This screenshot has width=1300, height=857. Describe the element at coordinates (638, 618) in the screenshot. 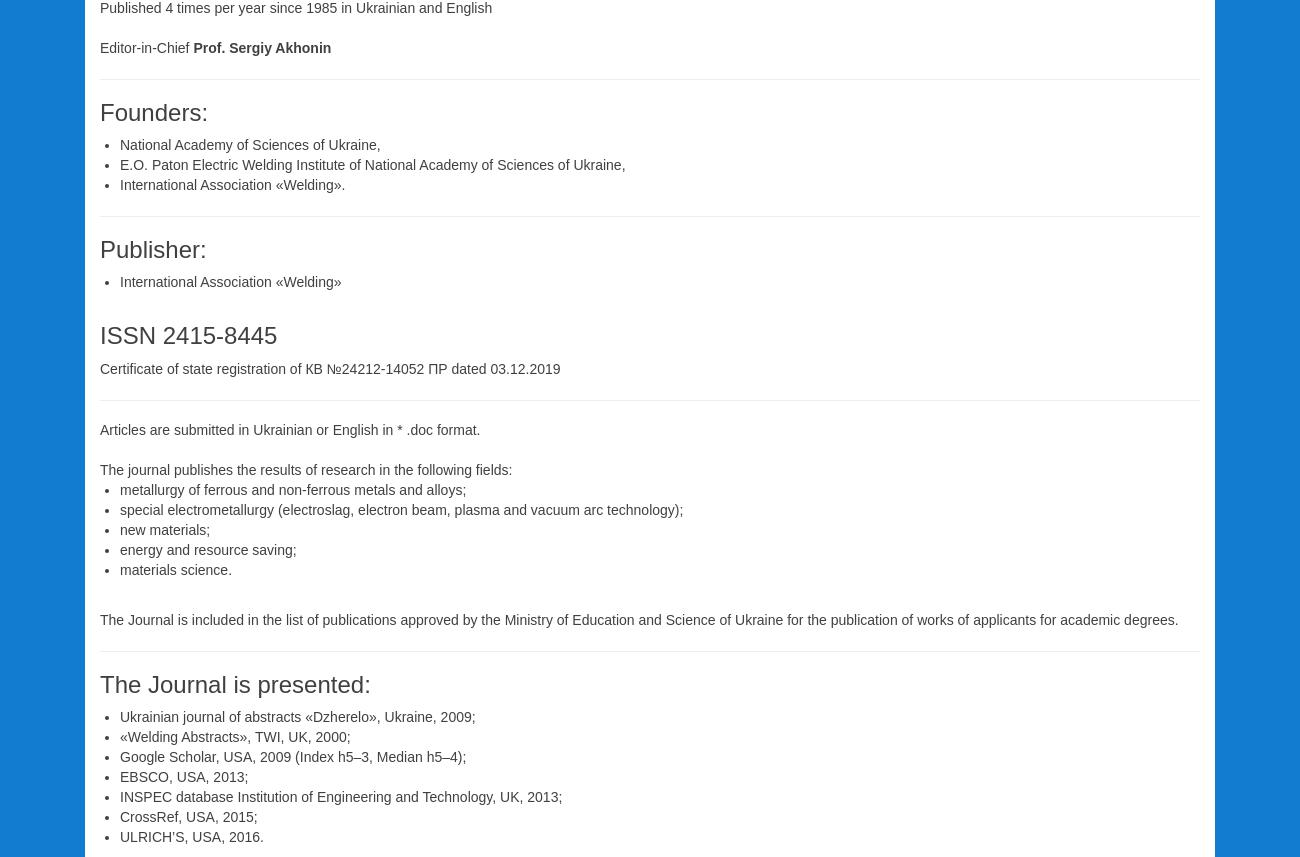

I see `'The Journal is included in the list of publications approved by 
the Ministry of Education and Science of Ukraine 
for the publication of works of applicants for academic degrees.'` at that location.